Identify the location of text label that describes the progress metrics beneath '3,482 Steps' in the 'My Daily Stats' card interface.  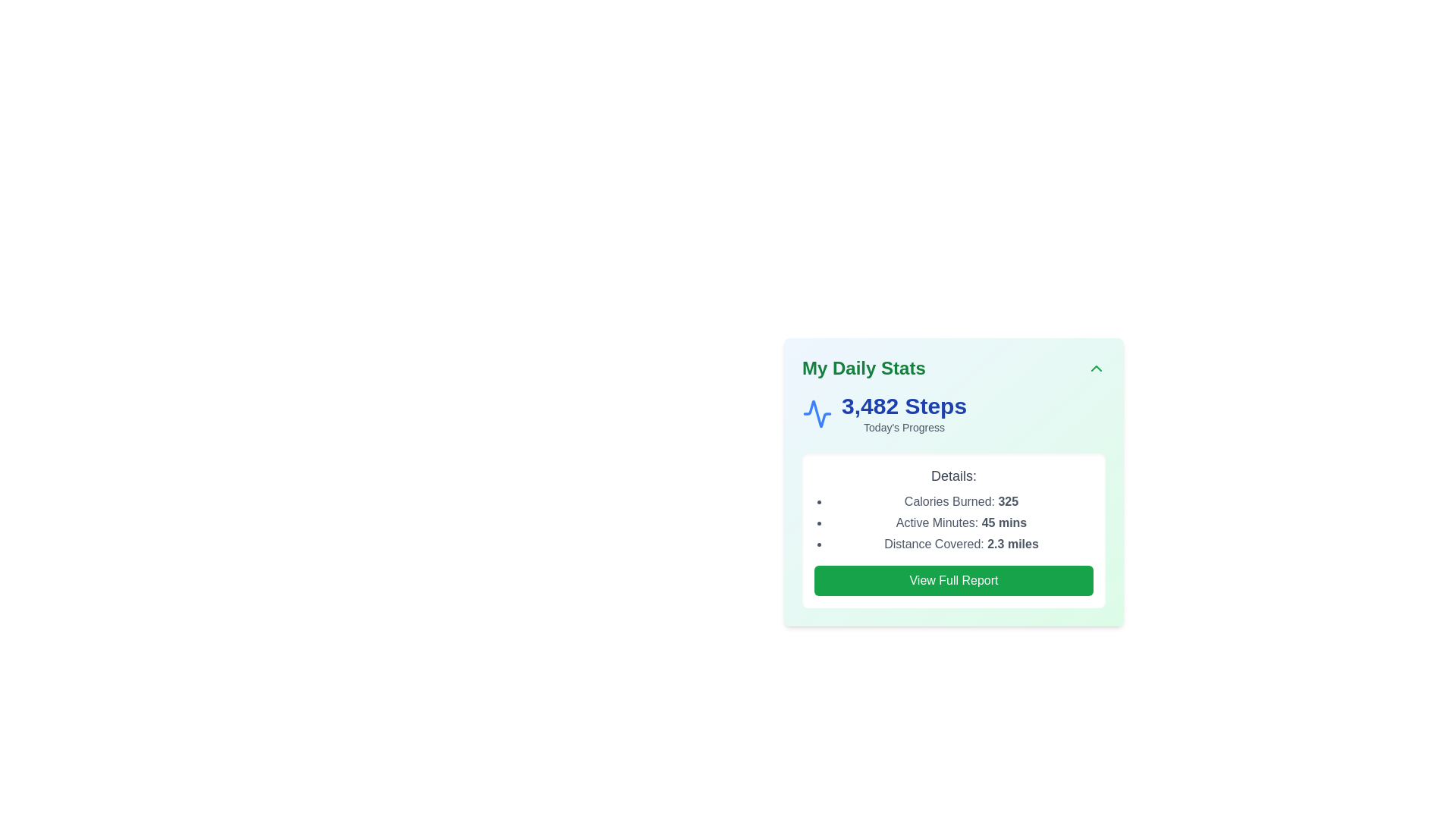
(904, 427).